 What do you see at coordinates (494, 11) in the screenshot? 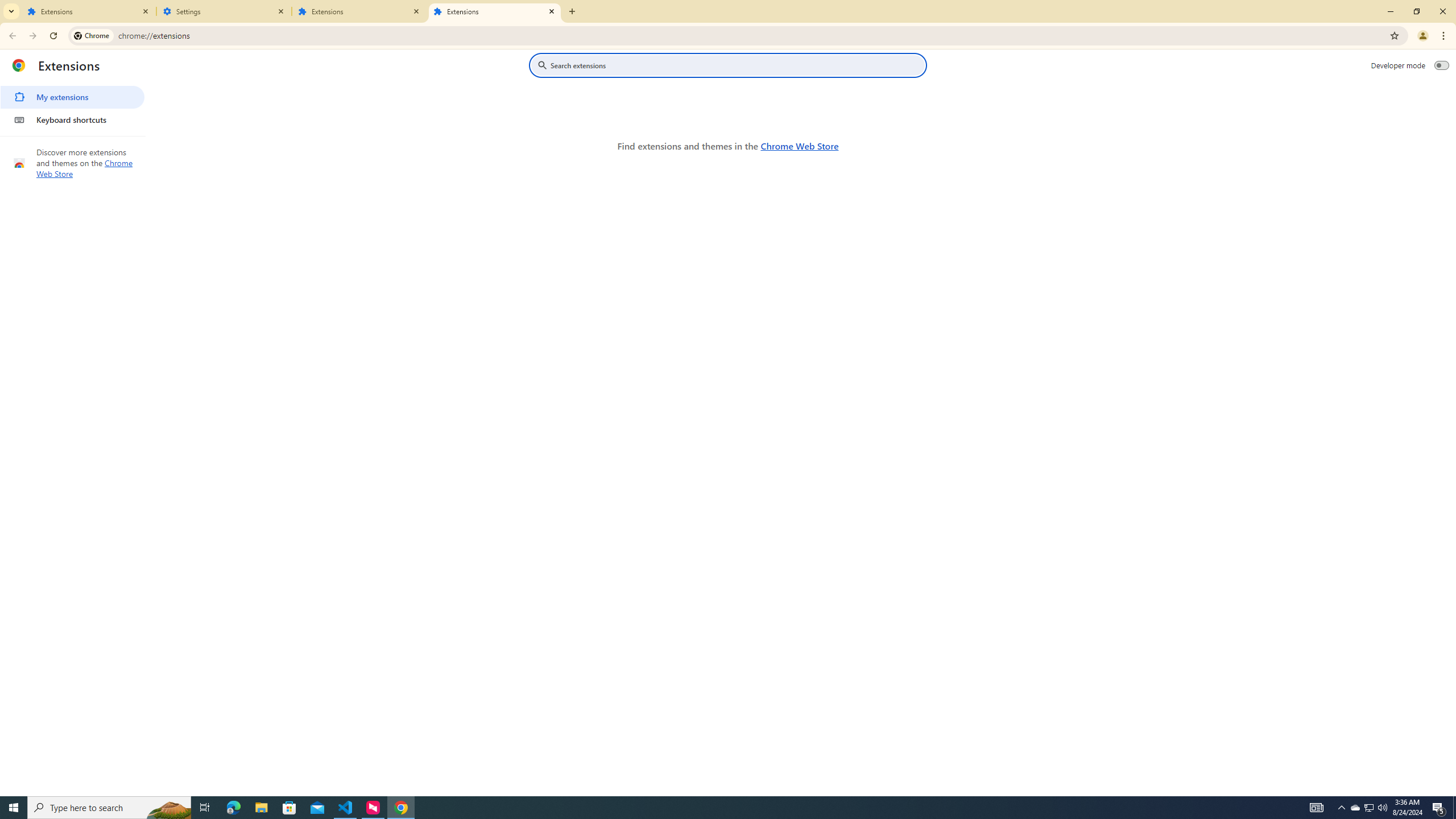
I see `'Extensions'` at bounding box center [494, 11].